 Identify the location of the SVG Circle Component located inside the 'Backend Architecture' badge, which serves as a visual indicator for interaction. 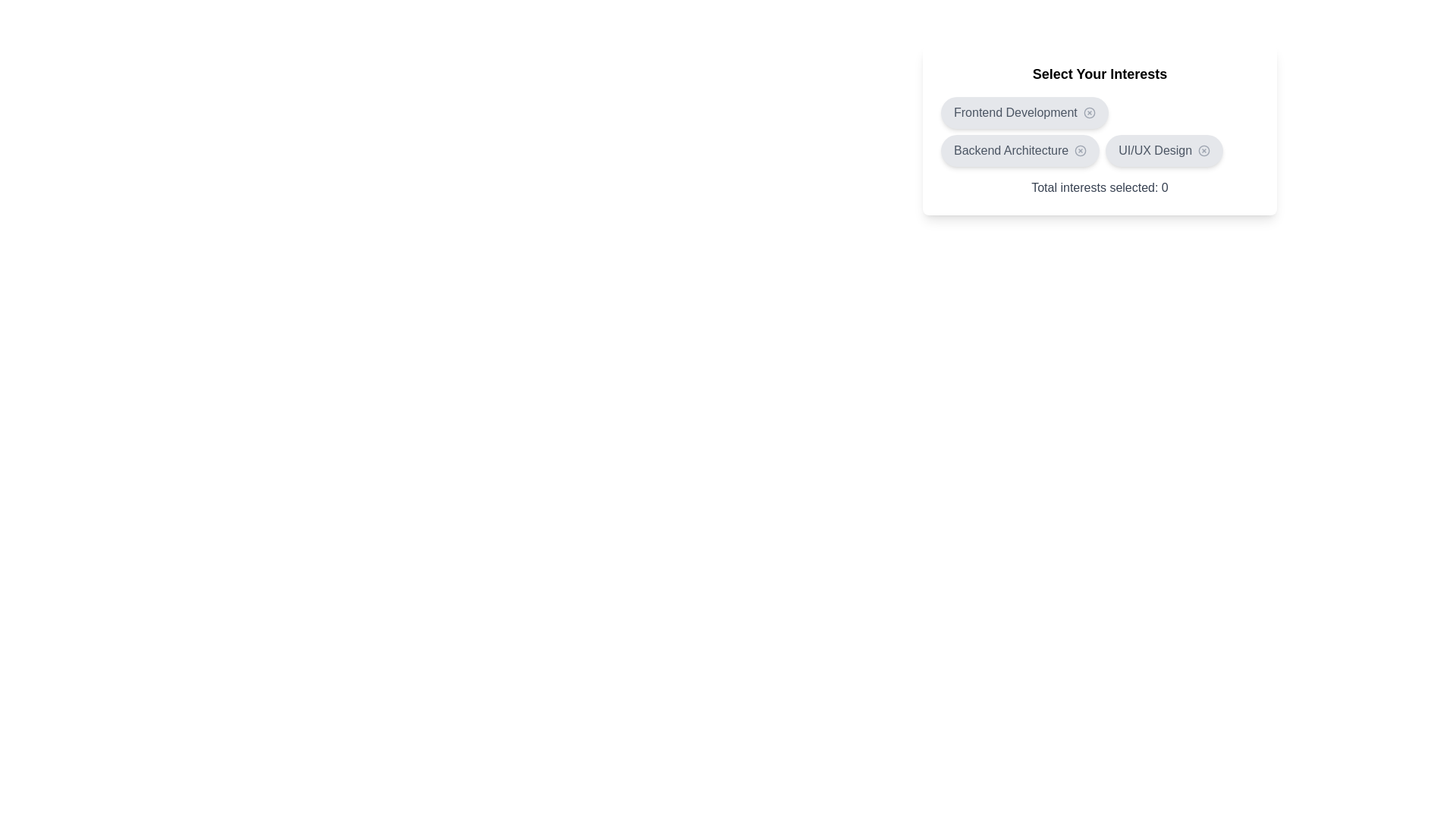
(1080, 151).